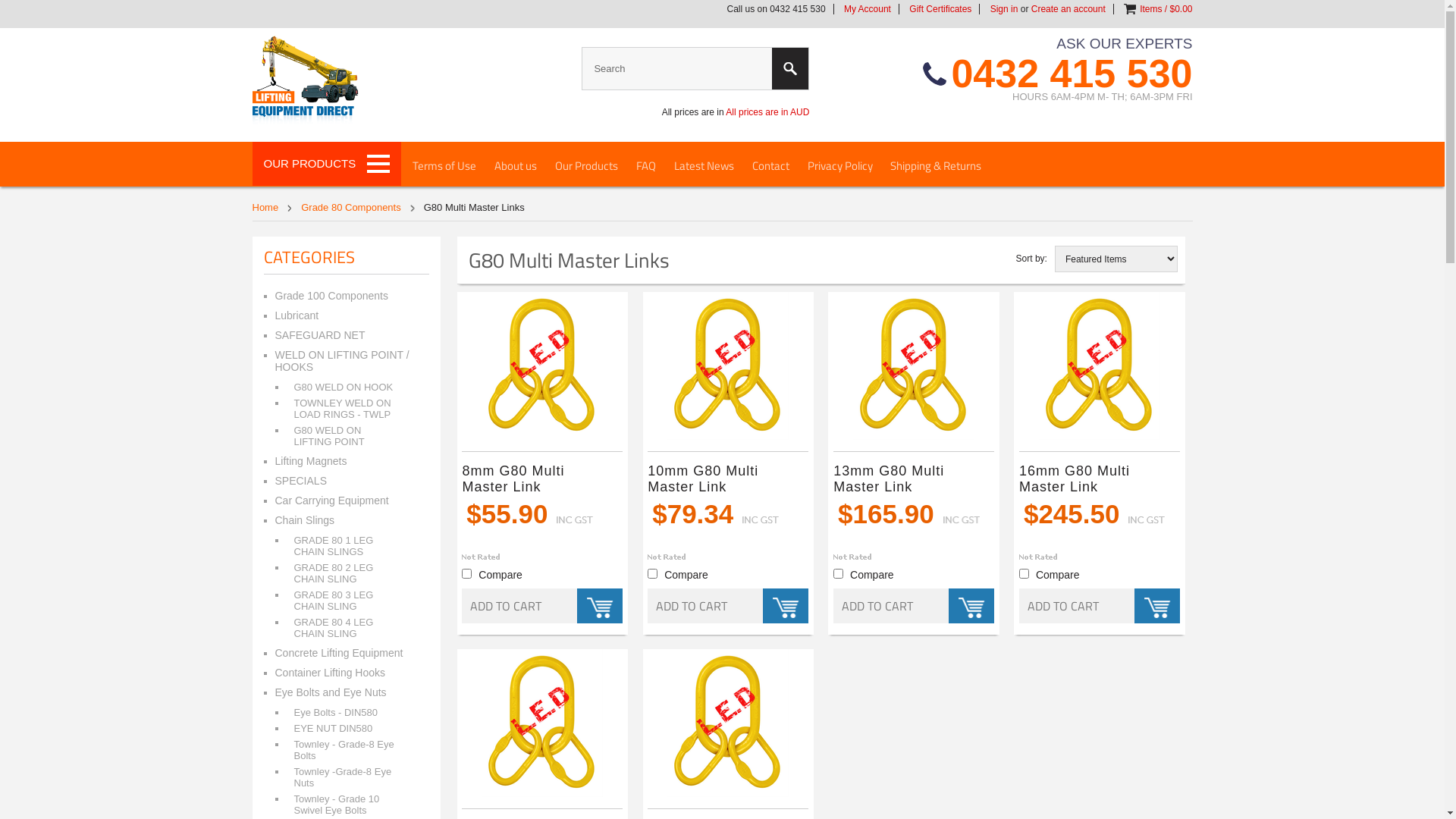  I want to click on 'Eye Bolts - DIN580', so click(346, 712).